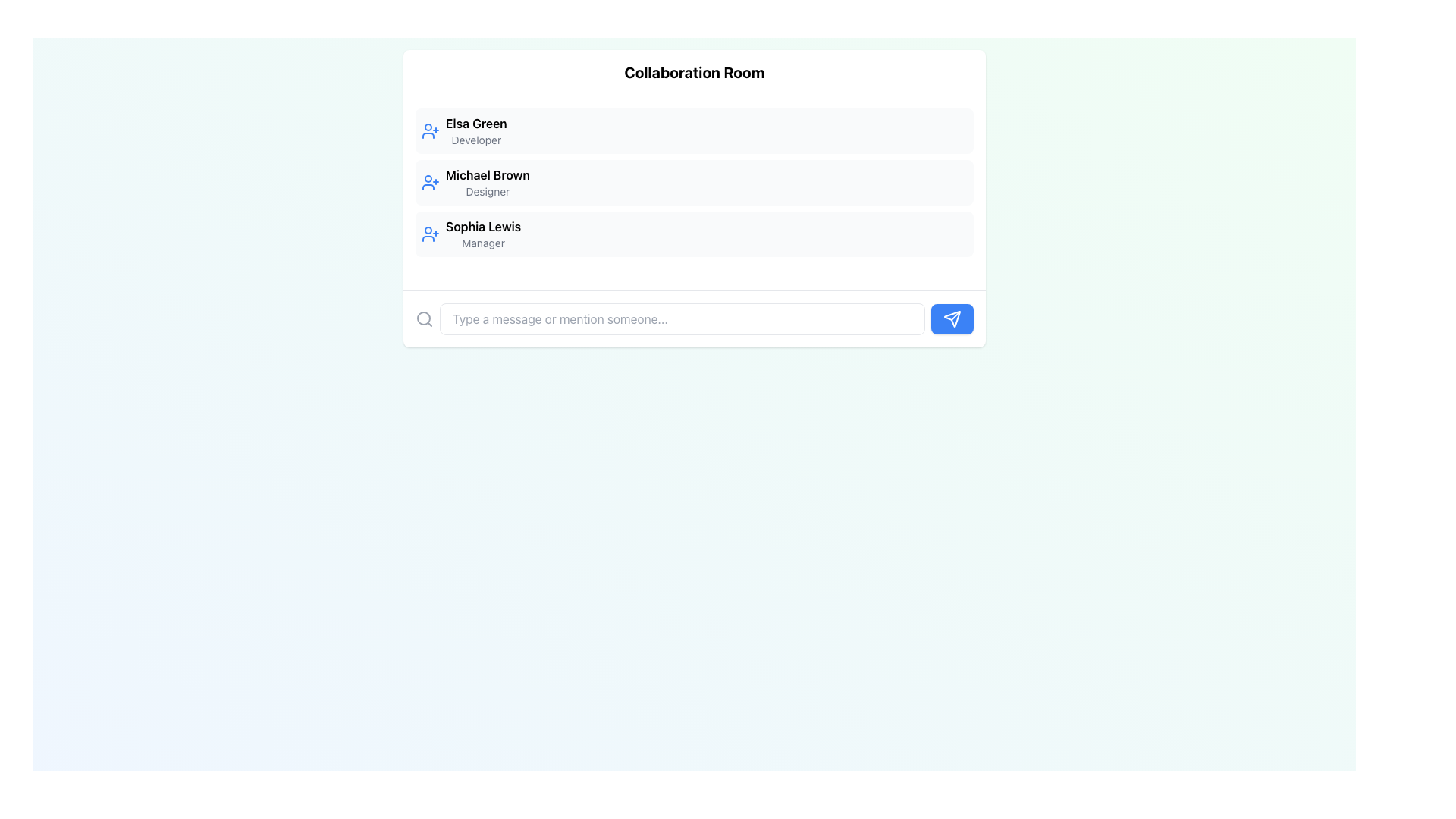 The width and height of the screenshot is (1456, 819). What do you see at coordinates (952, 318) in the screenshot?
I see `the send message icon embedded within the button located in the bottom-right corner of the chat input area` at bounding box center [952, 318].